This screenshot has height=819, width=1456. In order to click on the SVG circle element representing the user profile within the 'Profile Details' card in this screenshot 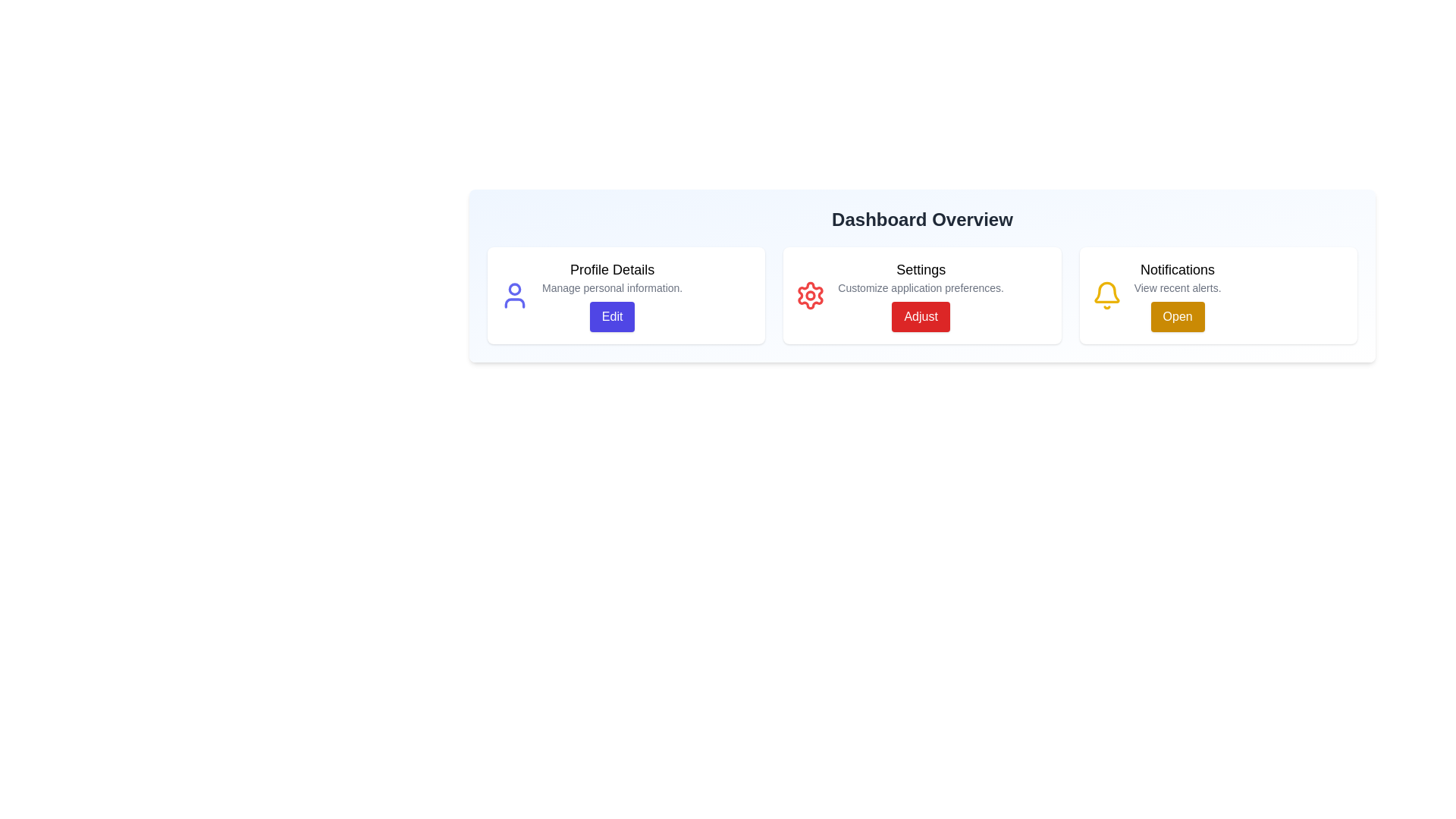, I will do `click(514, 289)`.